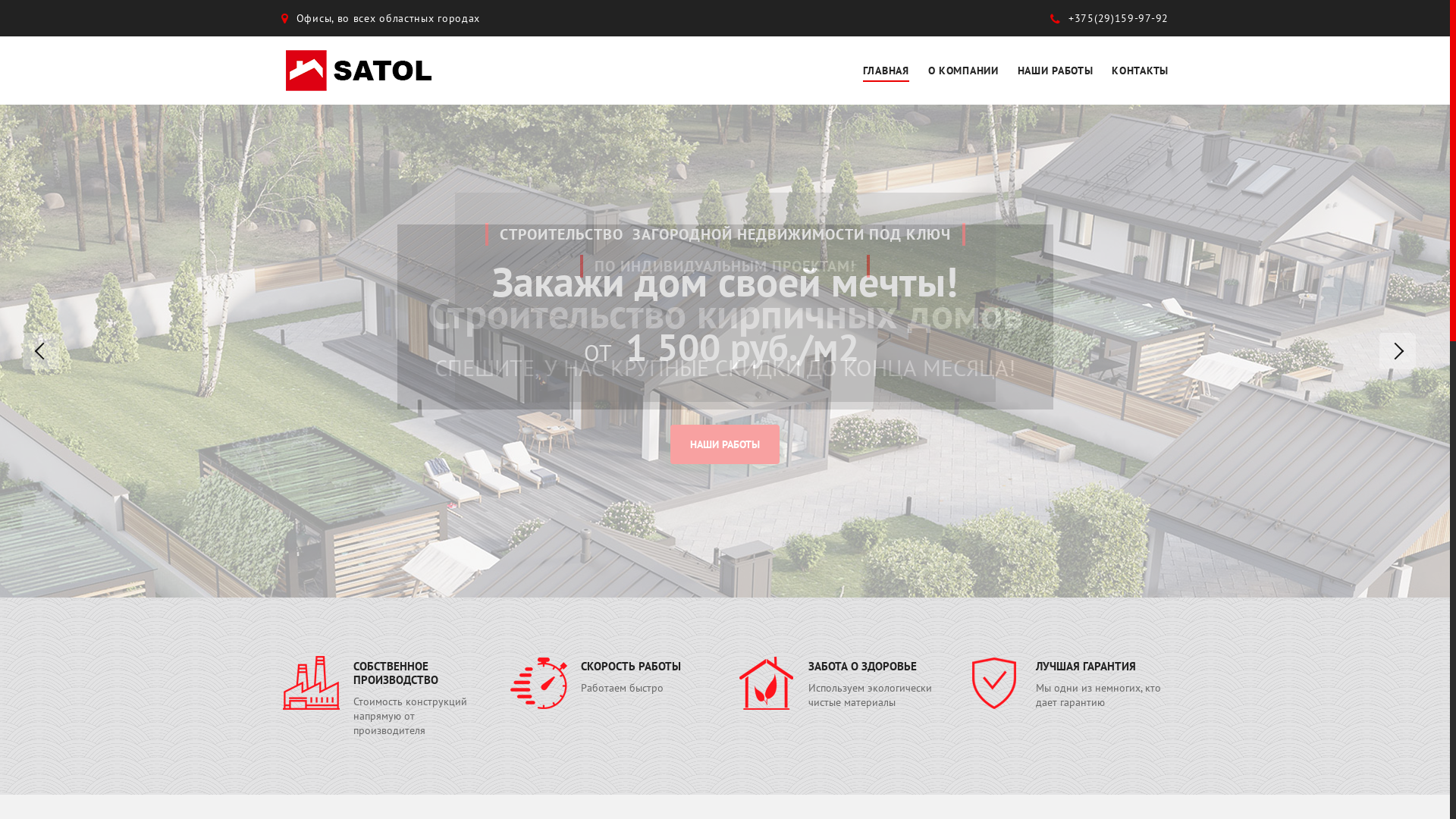 This screenshot has height=819, width=1456. Describe the element at coordinates (1397, 350) in the screenshot. I see `'Next'` at that location.